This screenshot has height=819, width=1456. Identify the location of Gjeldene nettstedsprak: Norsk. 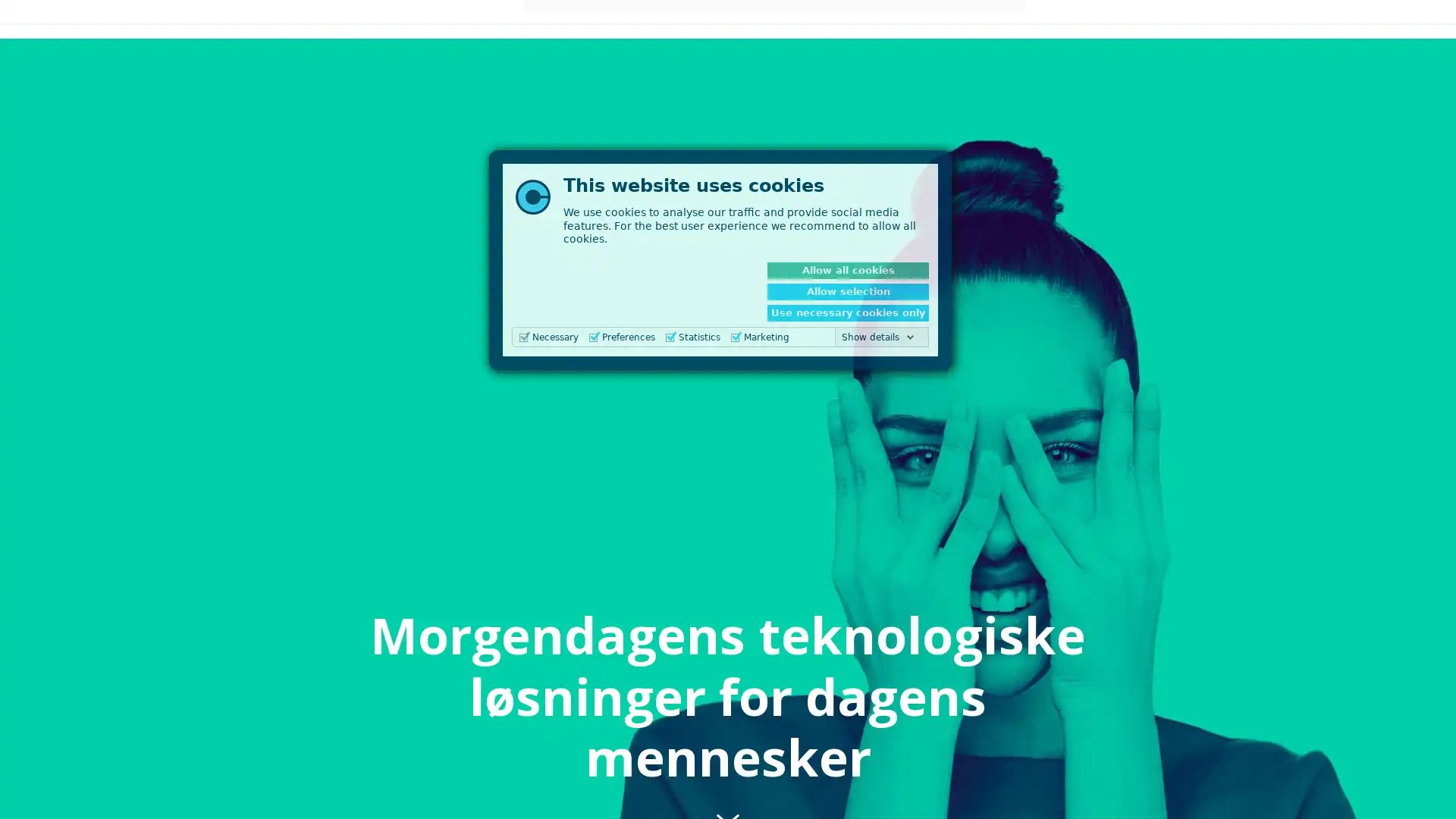
(1163, 30).